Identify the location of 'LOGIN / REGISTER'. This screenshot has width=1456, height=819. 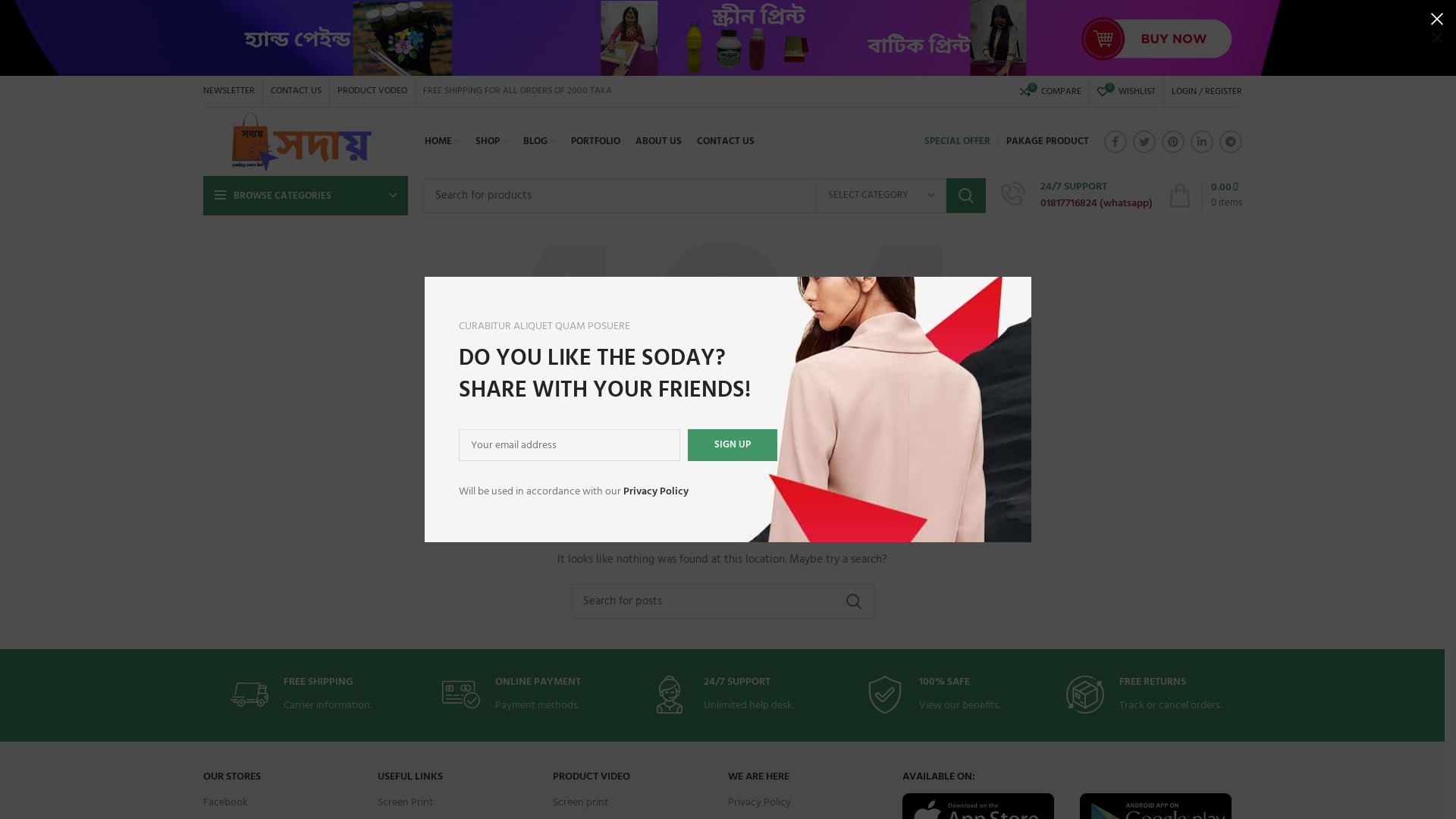
(1205, 90).